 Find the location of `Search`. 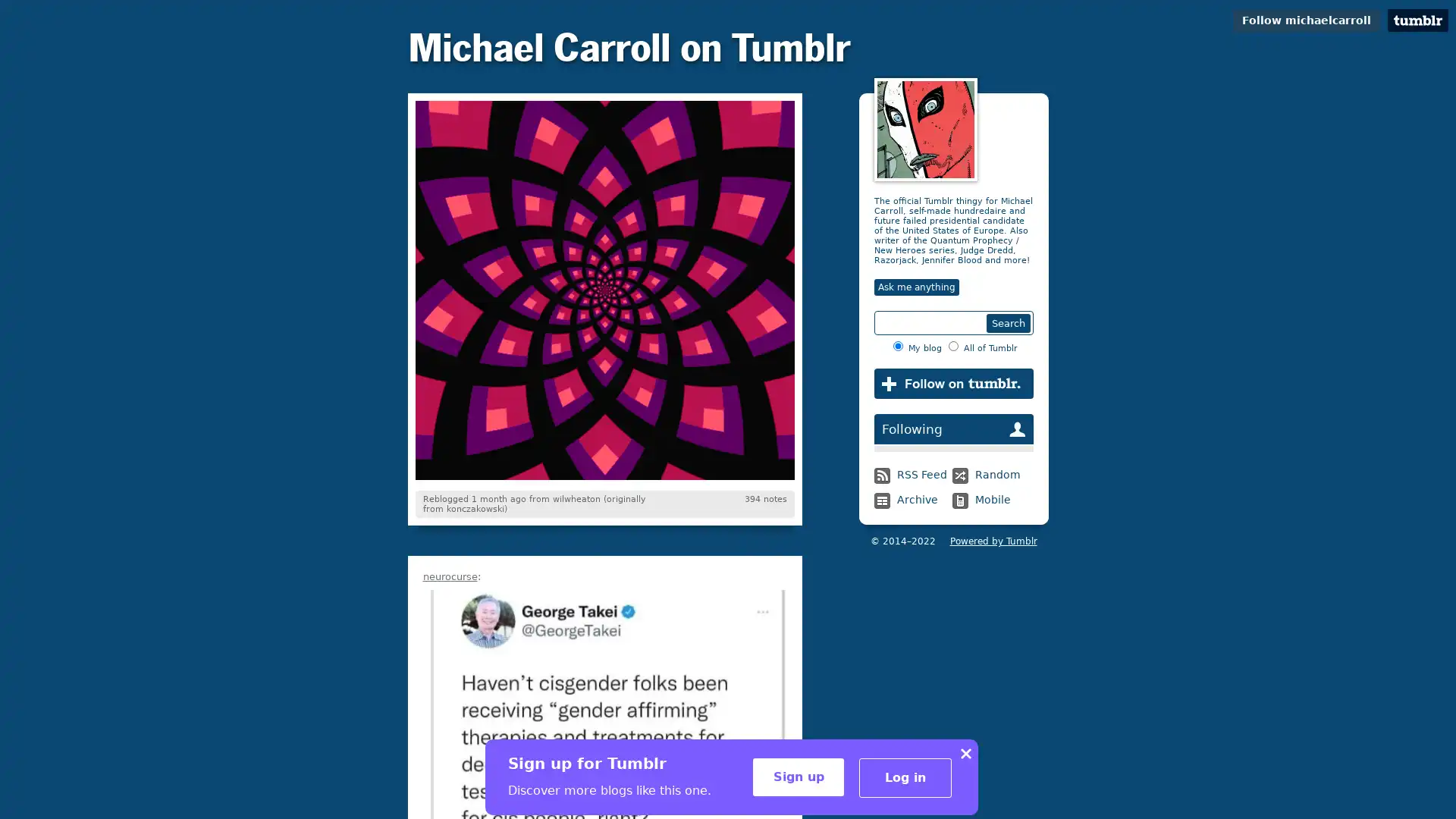

Search is located at coordinates (1008, 322).